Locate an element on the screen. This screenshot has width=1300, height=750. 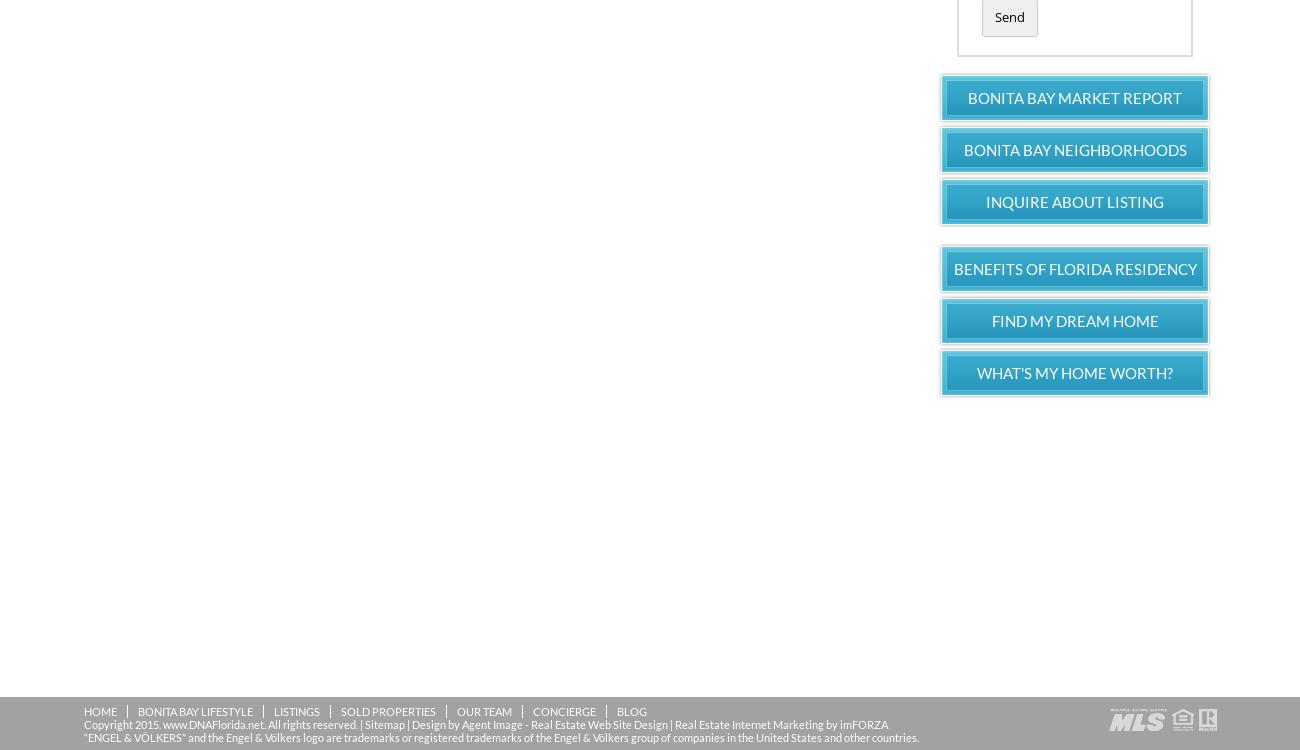
'| Design by Agent Image -' is located at coordinates (465, 722).